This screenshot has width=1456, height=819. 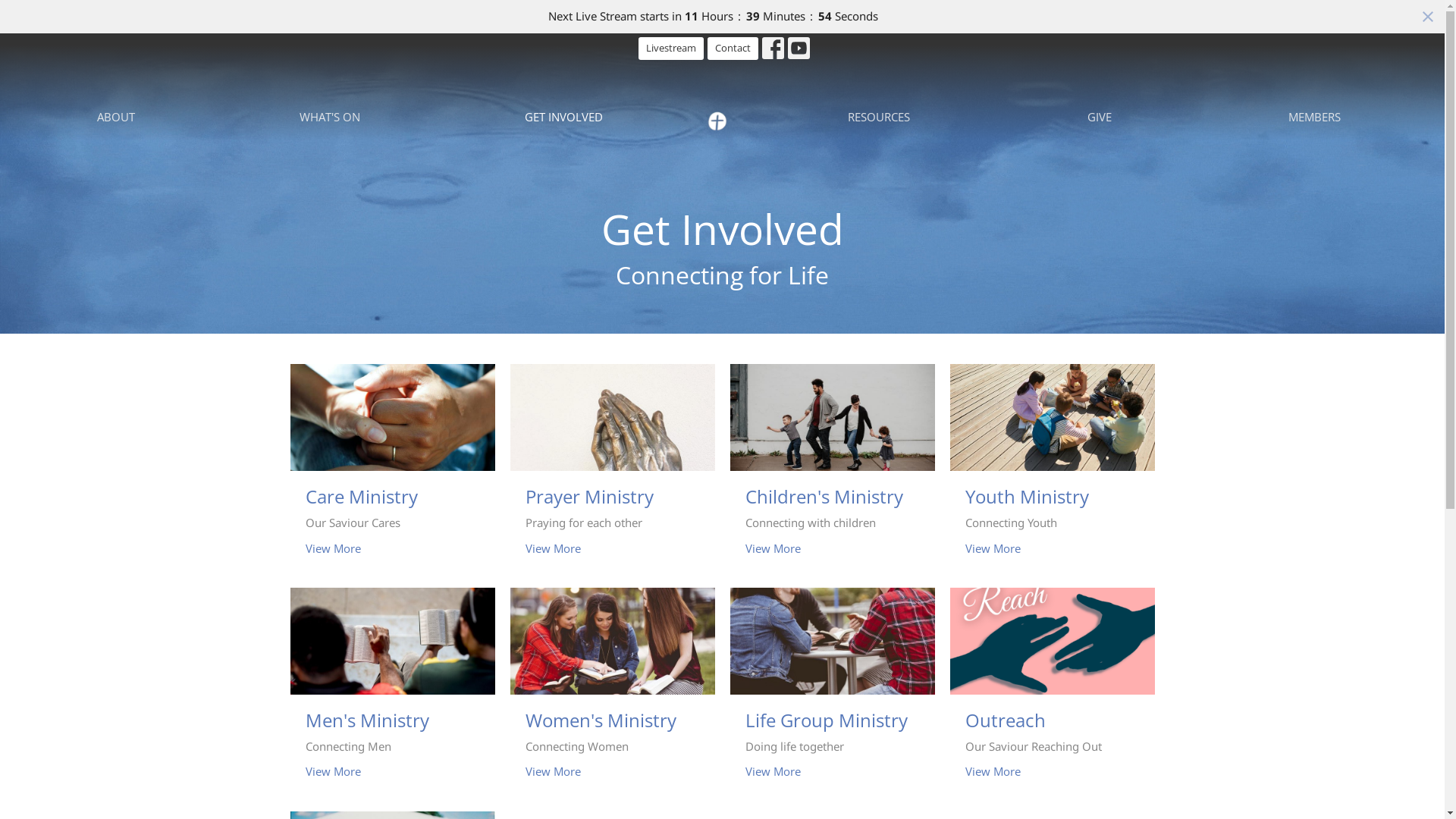 I want to click on 'Children's Ministry, so click(x=831, y=467).